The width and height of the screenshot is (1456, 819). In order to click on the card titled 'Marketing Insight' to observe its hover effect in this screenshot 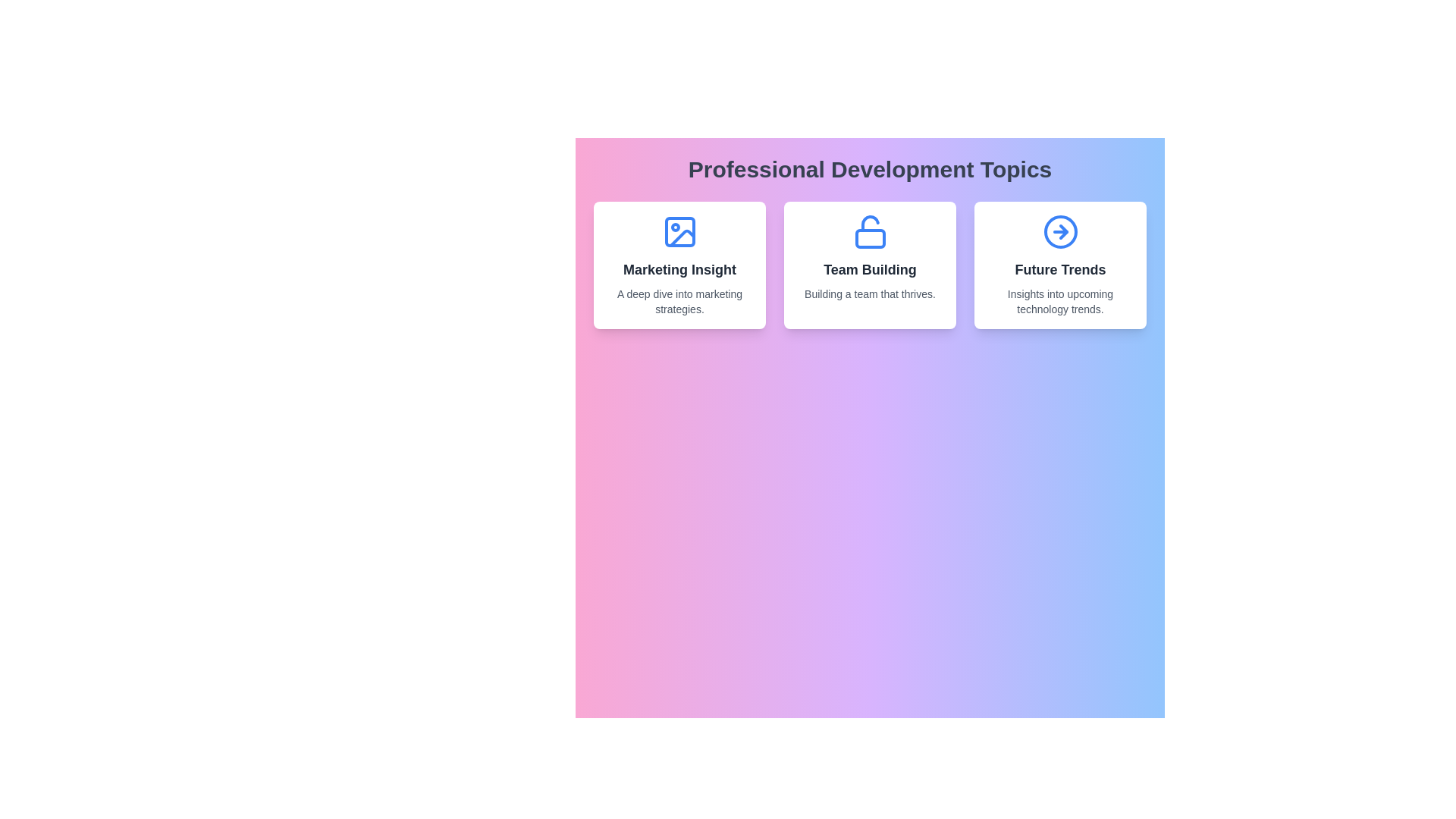, I will do `click(679, 265)`.